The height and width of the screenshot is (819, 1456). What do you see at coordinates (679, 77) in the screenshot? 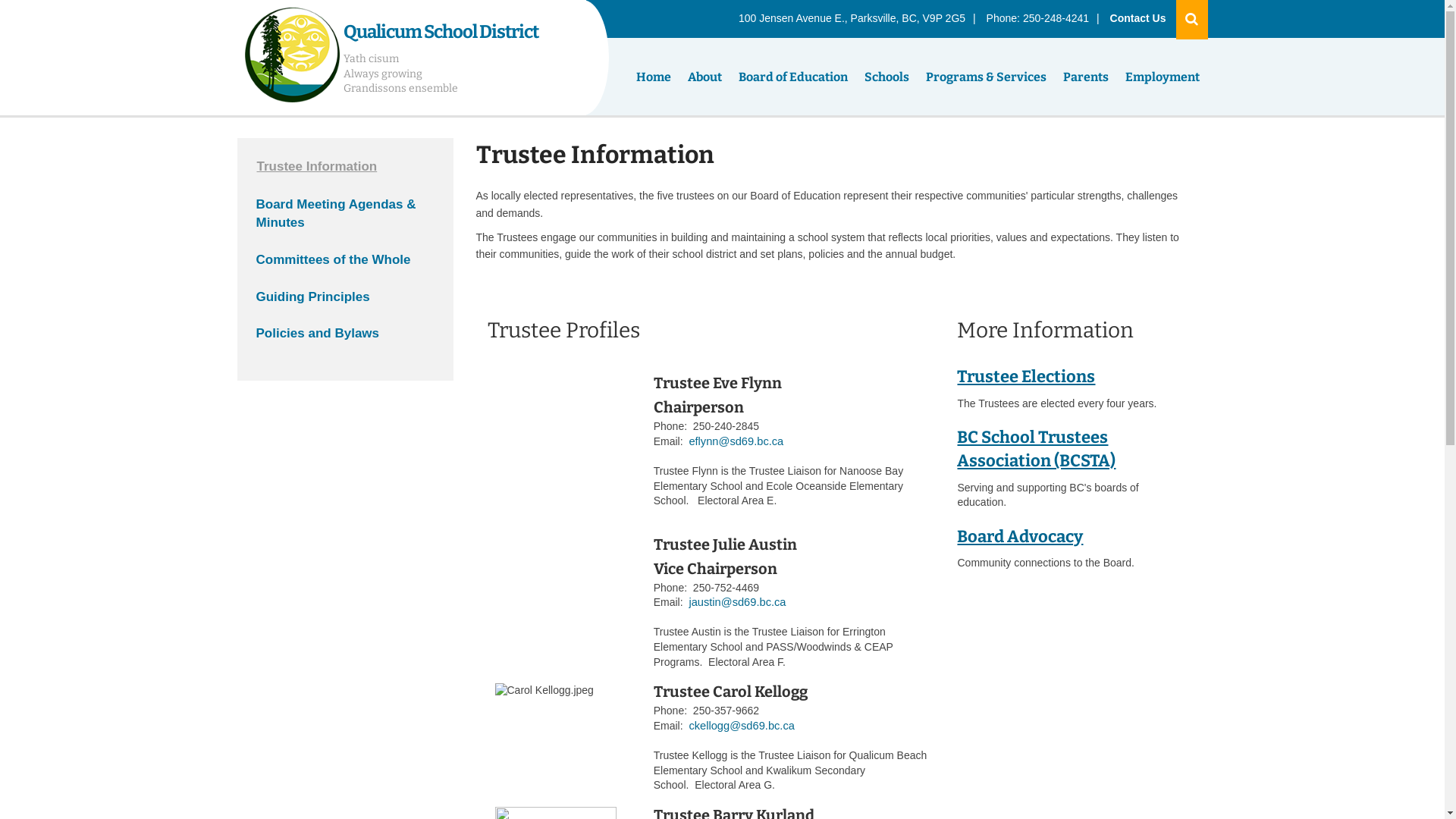
I see `'About'` at bounding box center [679, 77].